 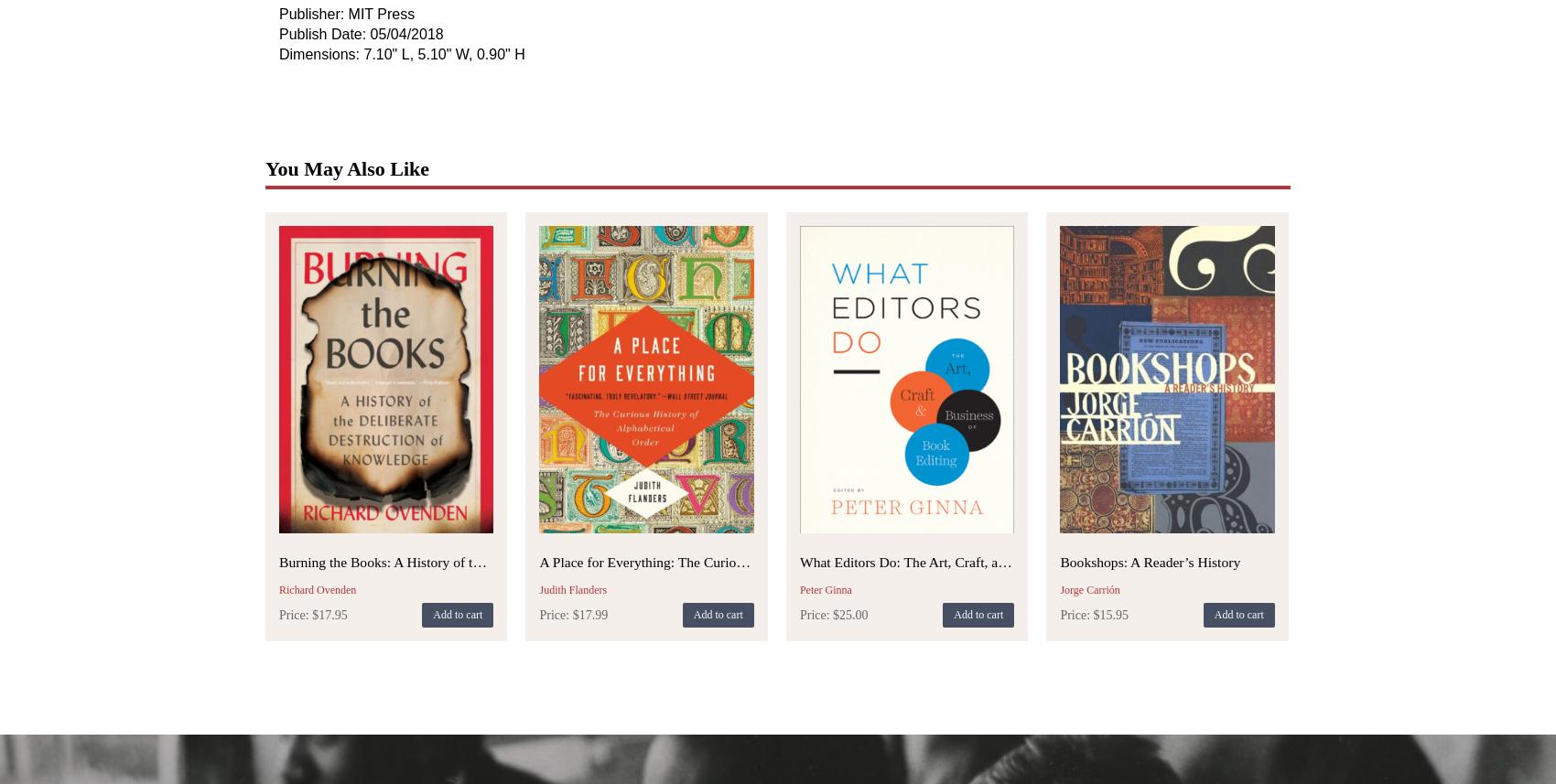 I want to click on '25.00', so click(x=853, y=614).